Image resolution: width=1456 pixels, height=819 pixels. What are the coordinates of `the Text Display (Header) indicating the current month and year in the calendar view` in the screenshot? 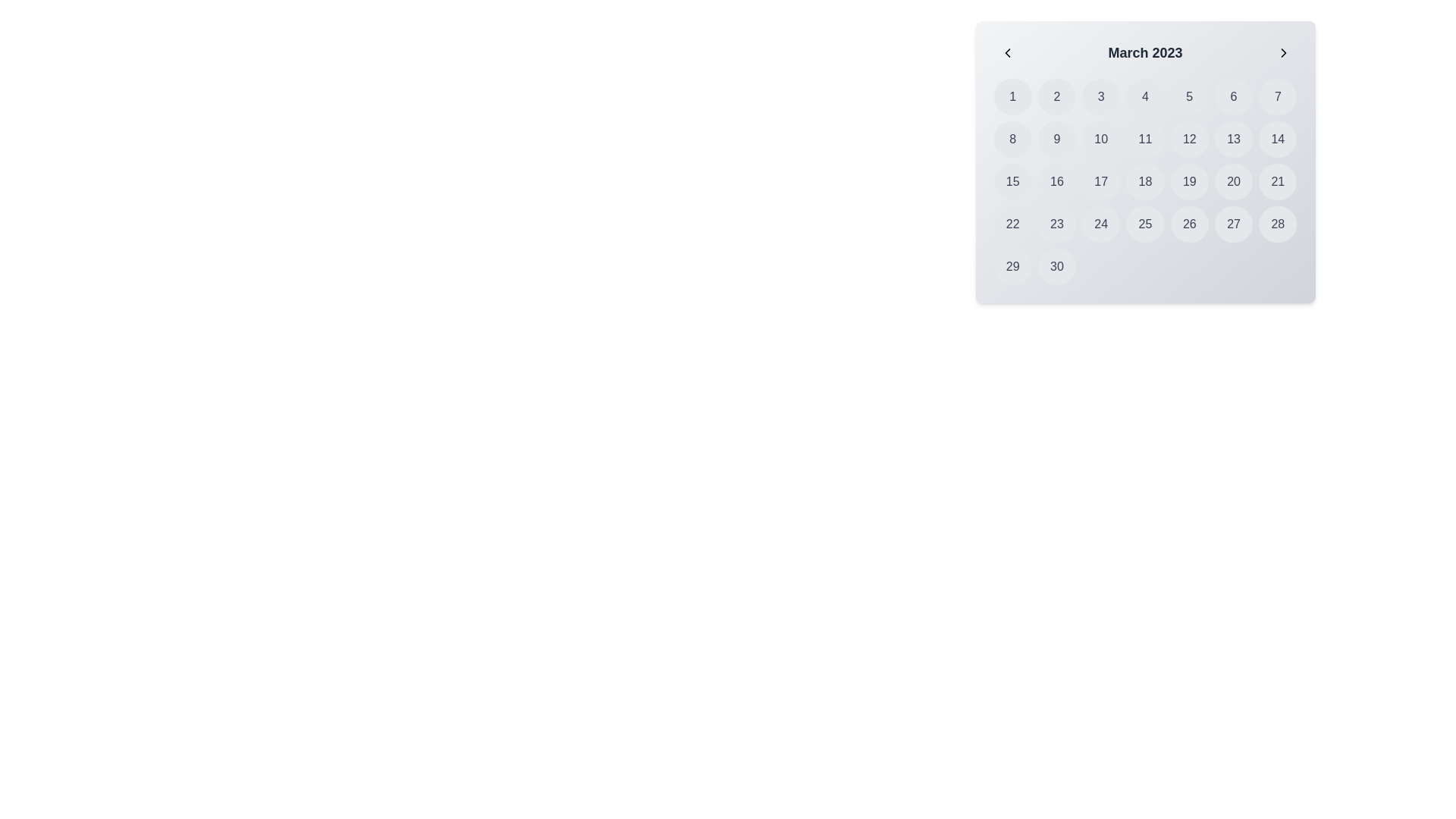 It's located at (1145, 52).